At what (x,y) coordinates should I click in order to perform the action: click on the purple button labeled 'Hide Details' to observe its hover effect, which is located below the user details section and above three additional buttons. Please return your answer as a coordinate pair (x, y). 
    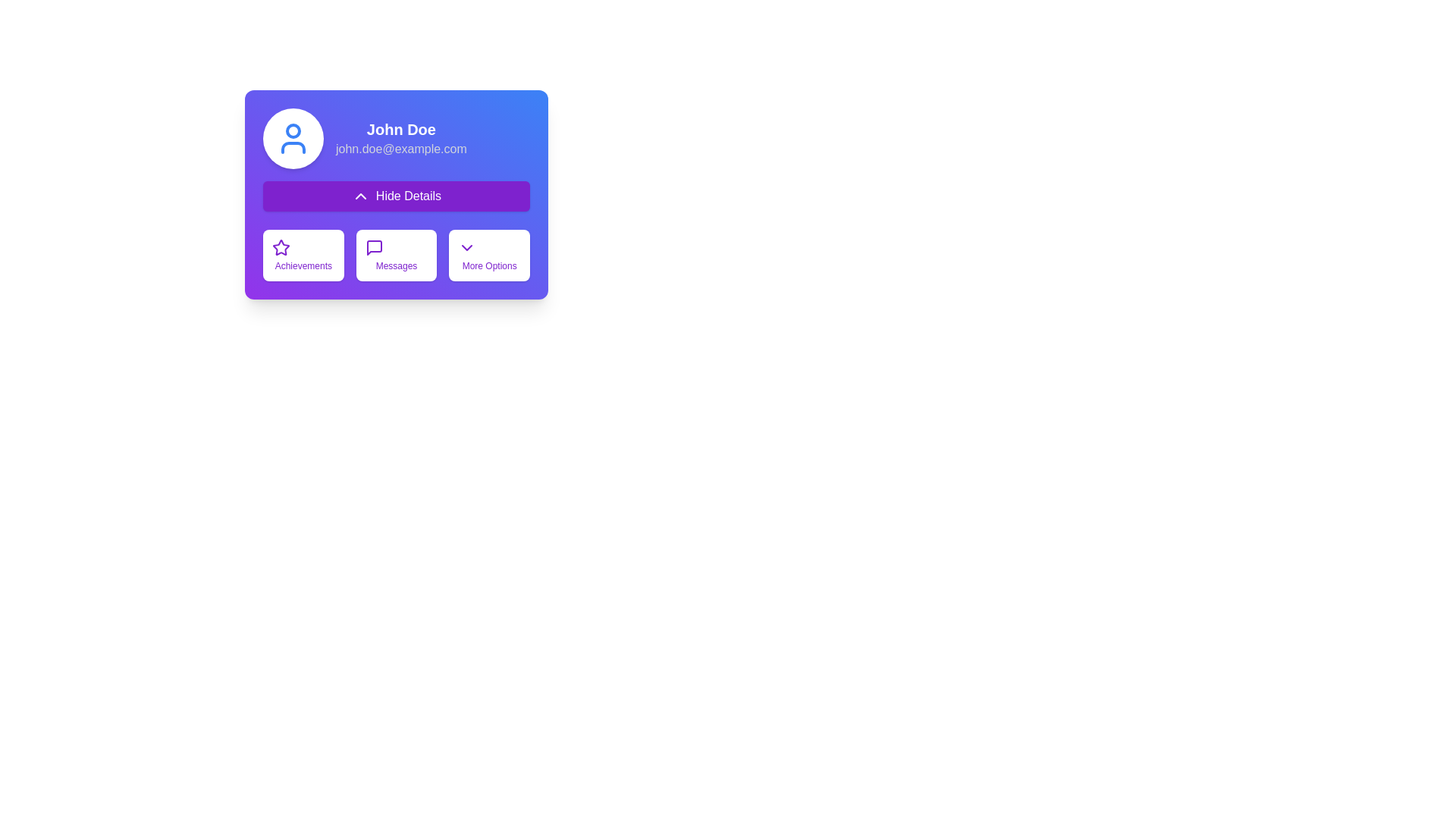
    Looking at the image, I should click on (397, 195).